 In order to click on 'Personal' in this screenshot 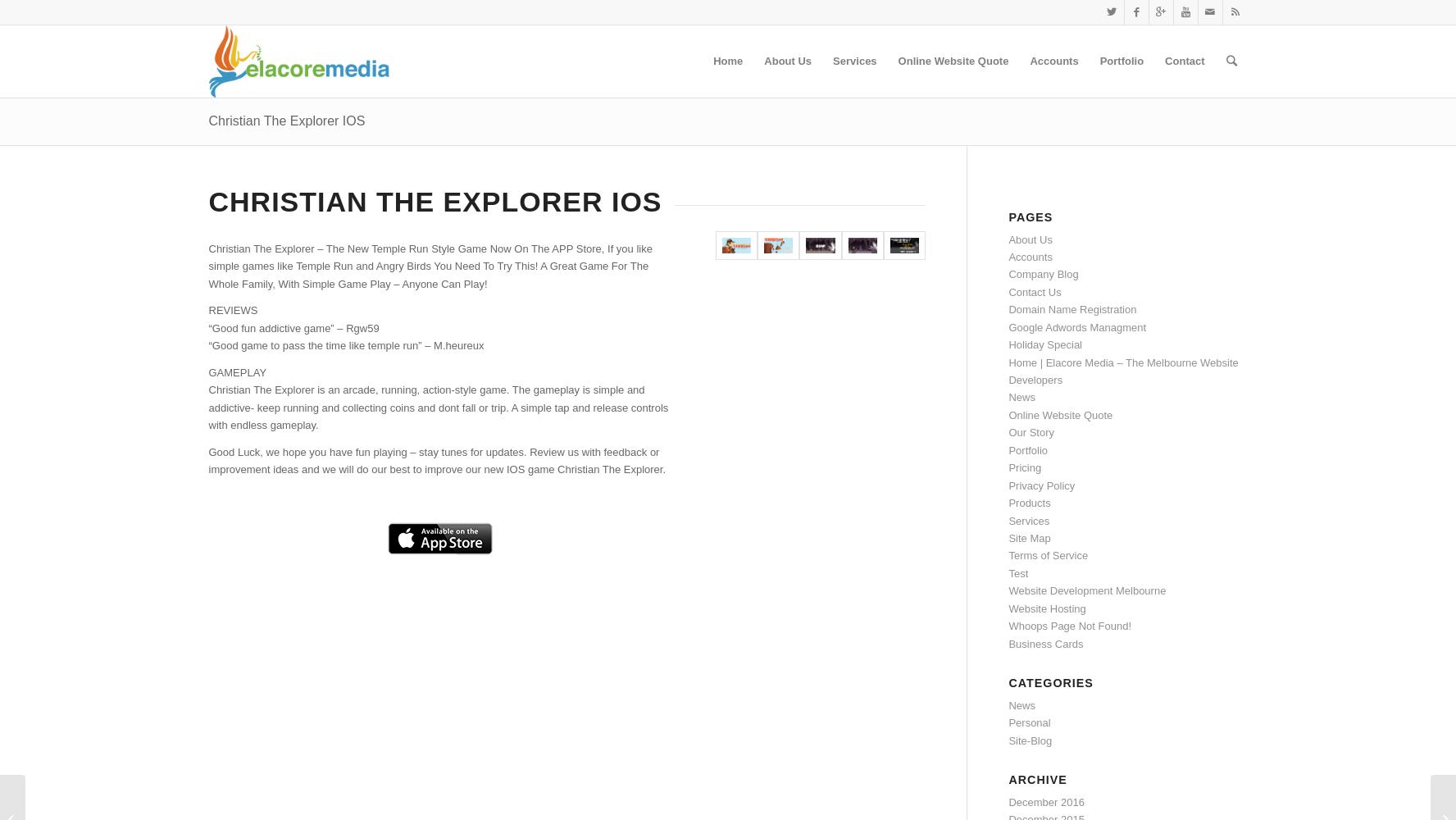, I will do `click(1028, 722)`.